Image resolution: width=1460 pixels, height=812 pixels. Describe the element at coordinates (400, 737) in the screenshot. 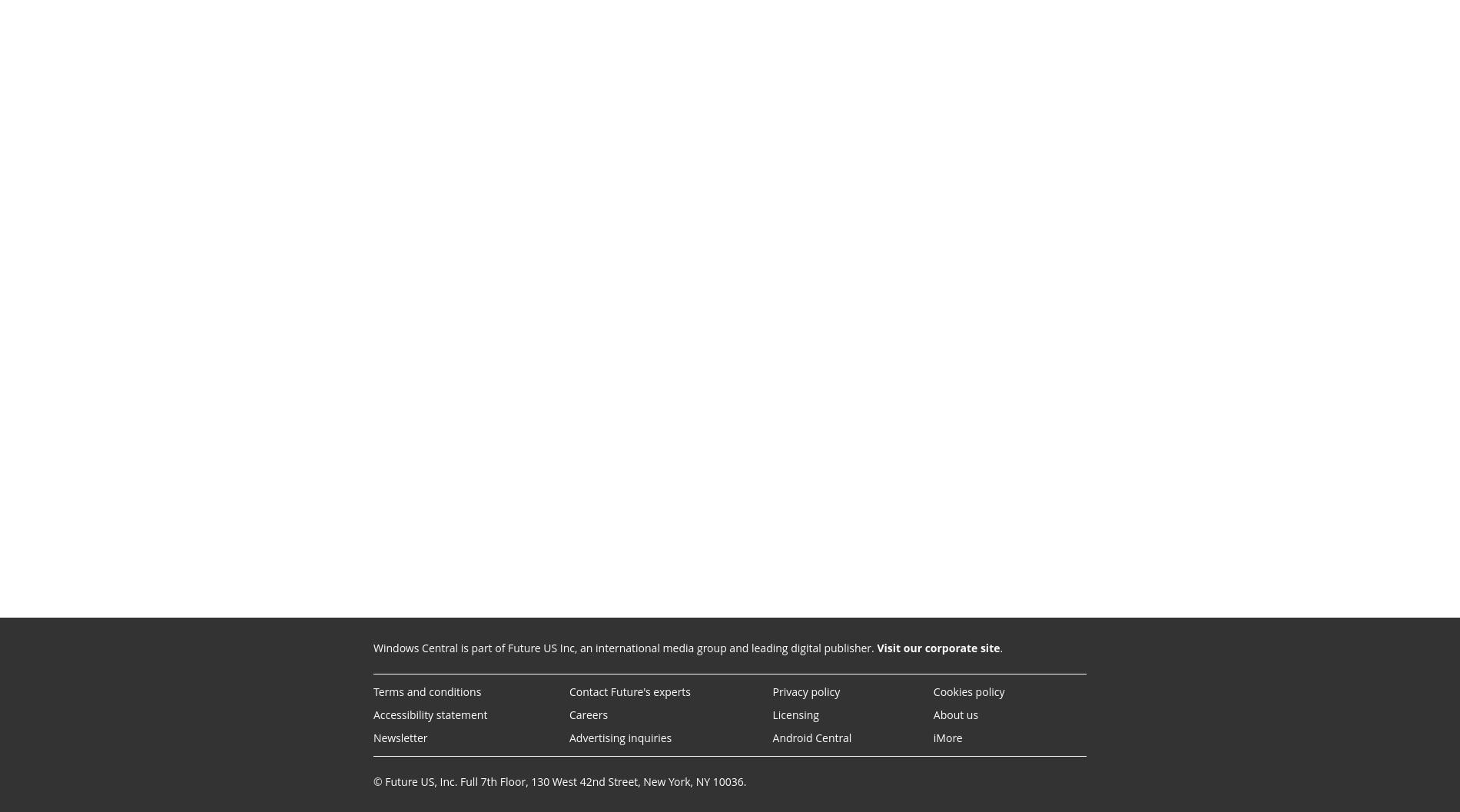

I see `'Newsletter'` at that location.